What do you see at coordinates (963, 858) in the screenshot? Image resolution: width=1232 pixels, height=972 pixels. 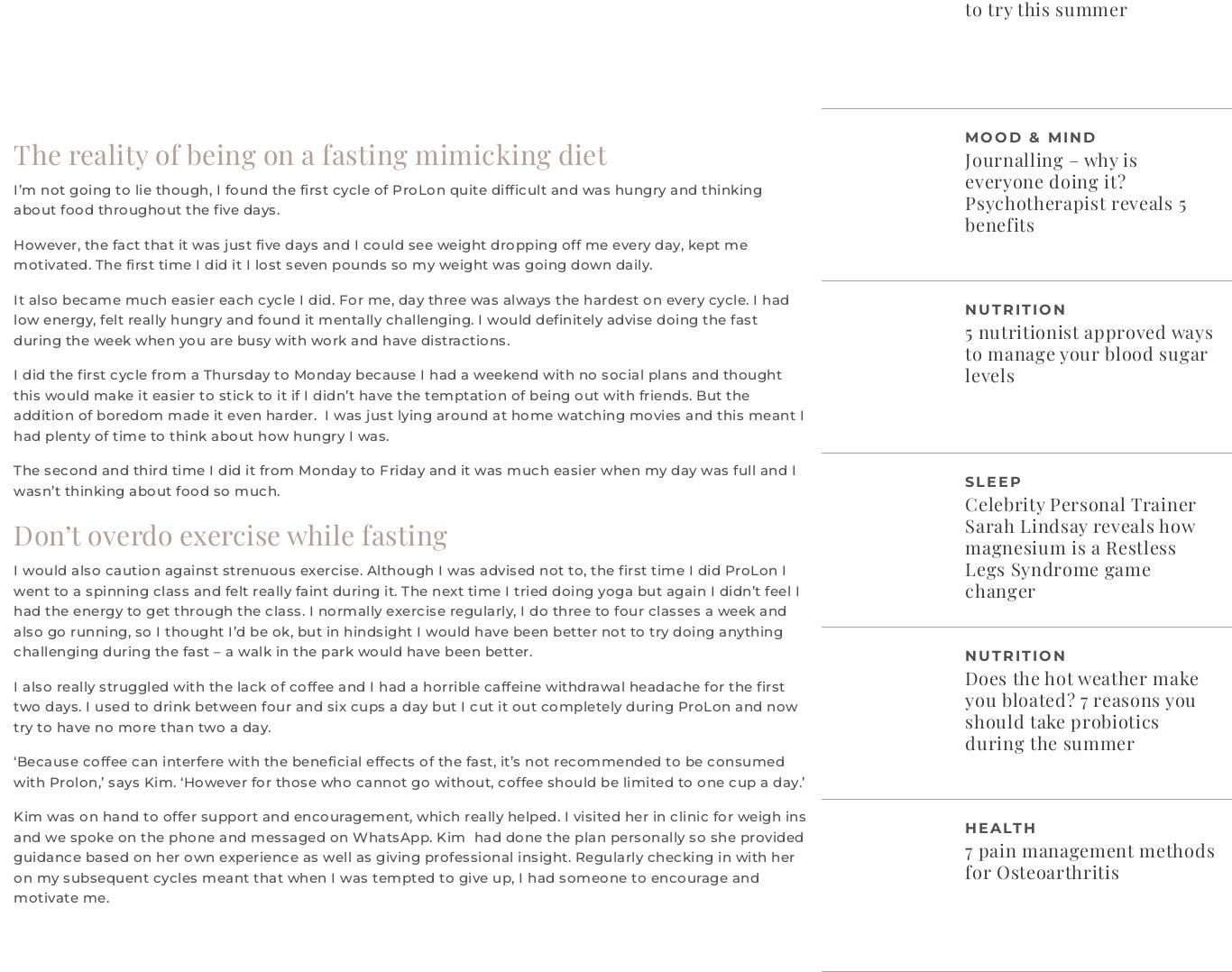 I see `'7 pain management methods for Osteoarthritis'` at bounding box center [963, 858].